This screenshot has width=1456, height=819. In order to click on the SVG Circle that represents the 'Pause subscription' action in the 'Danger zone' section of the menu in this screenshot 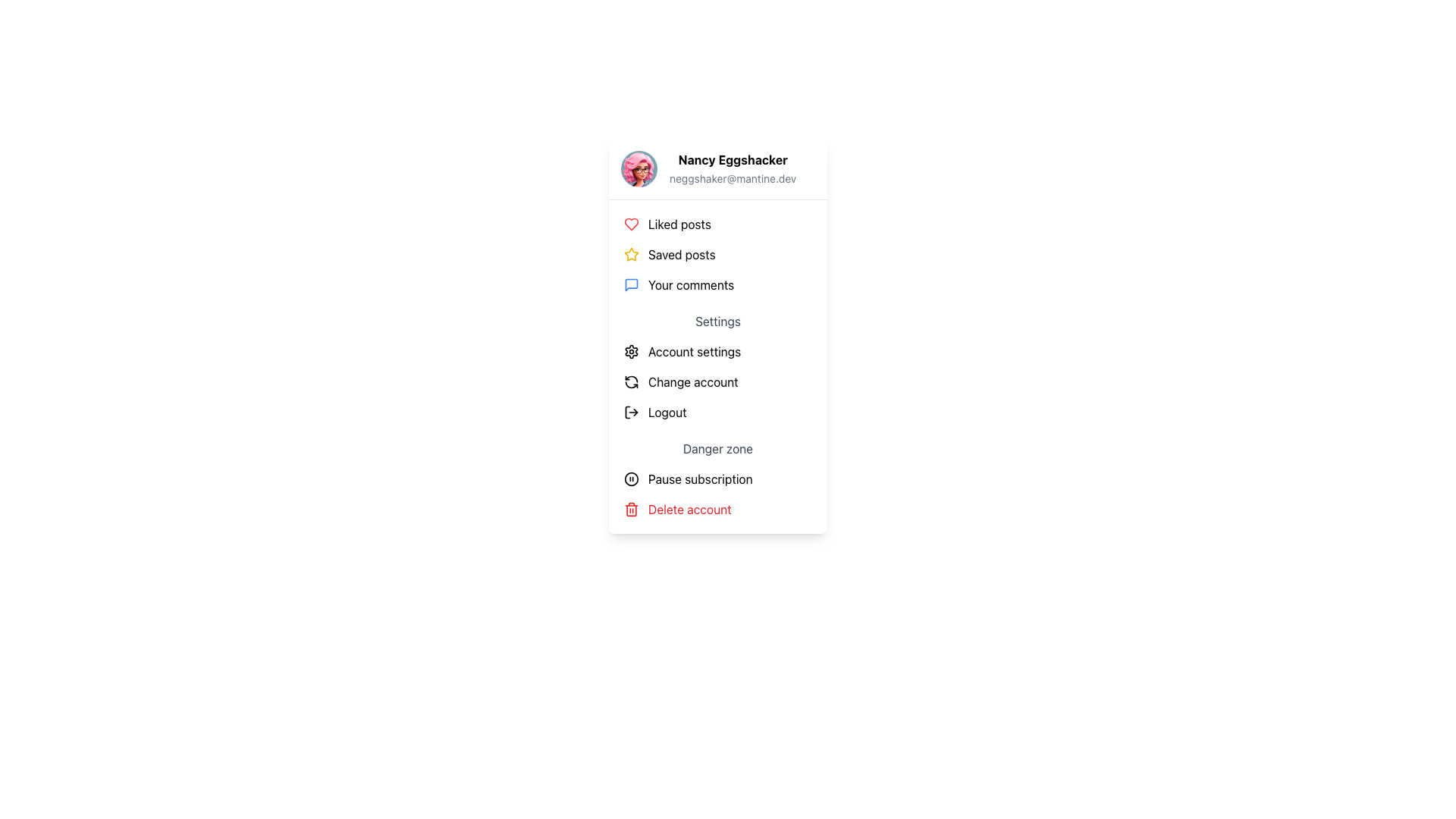, I will do `click(632, 479)`.